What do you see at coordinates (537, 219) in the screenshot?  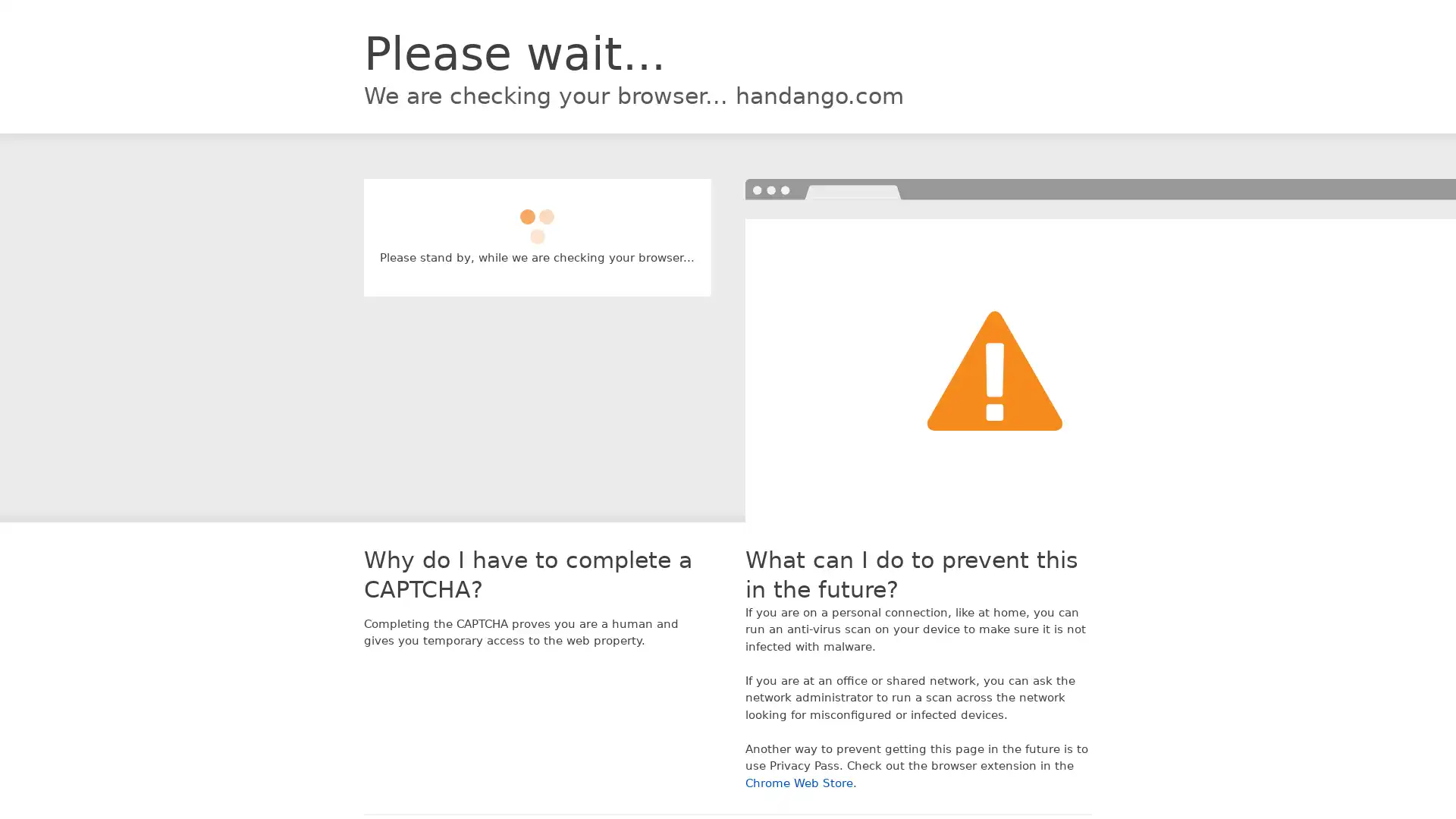 I see `Verify I am not a bot` at bounding box center [537, 219].